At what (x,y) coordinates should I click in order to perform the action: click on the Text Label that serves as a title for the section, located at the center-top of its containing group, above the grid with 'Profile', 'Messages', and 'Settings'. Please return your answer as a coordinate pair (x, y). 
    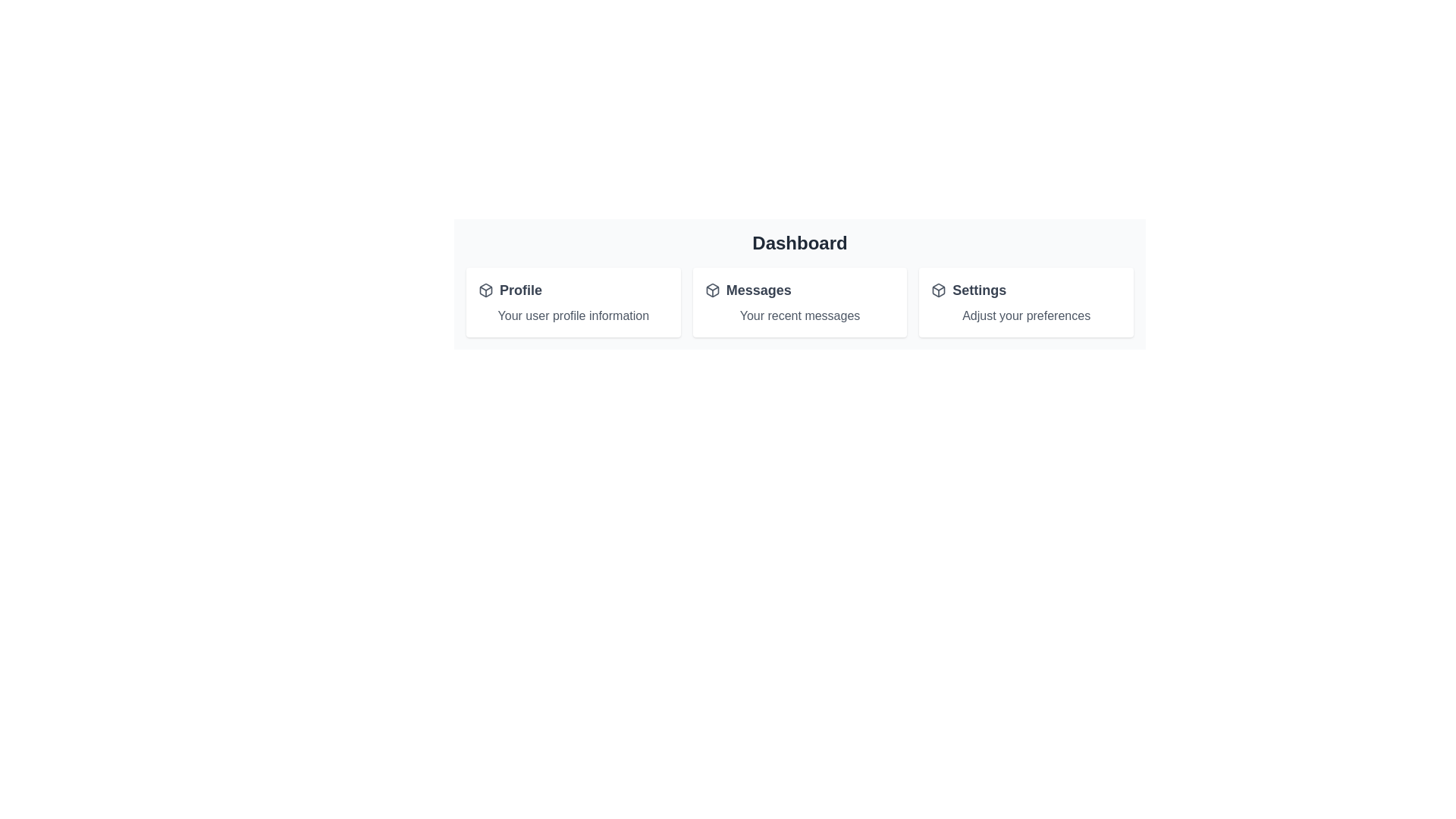
    Looking at the image, I should click on (799, 242).